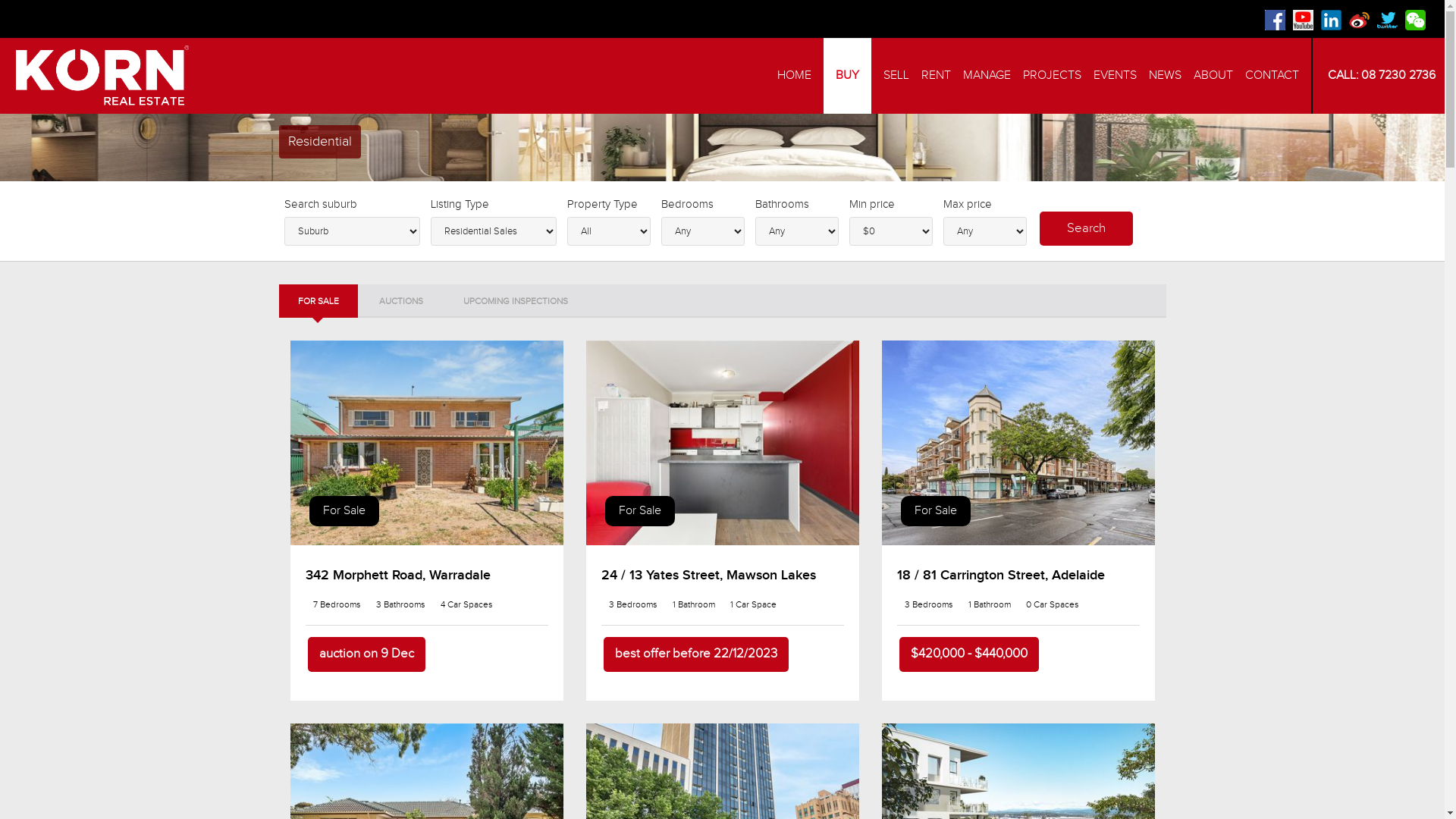 The width and height of the screenshot is (1456, 819). Describe the element at coordinates (968, 654) in the screenshot. I see `'$420,000 - $440,000'` at that location.